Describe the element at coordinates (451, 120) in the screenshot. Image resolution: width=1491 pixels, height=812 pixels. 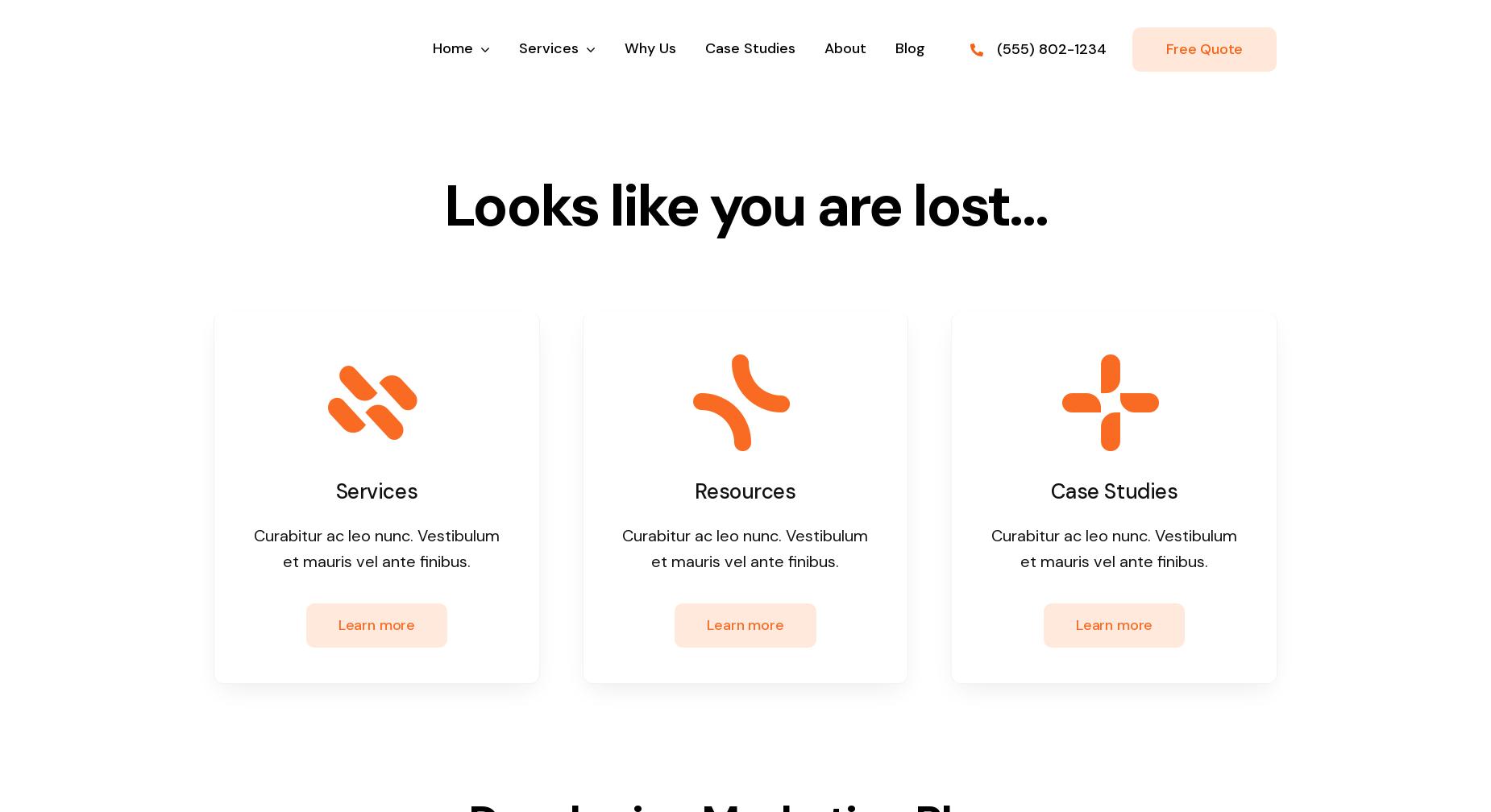
I see `'Home Alternate'` at that location.